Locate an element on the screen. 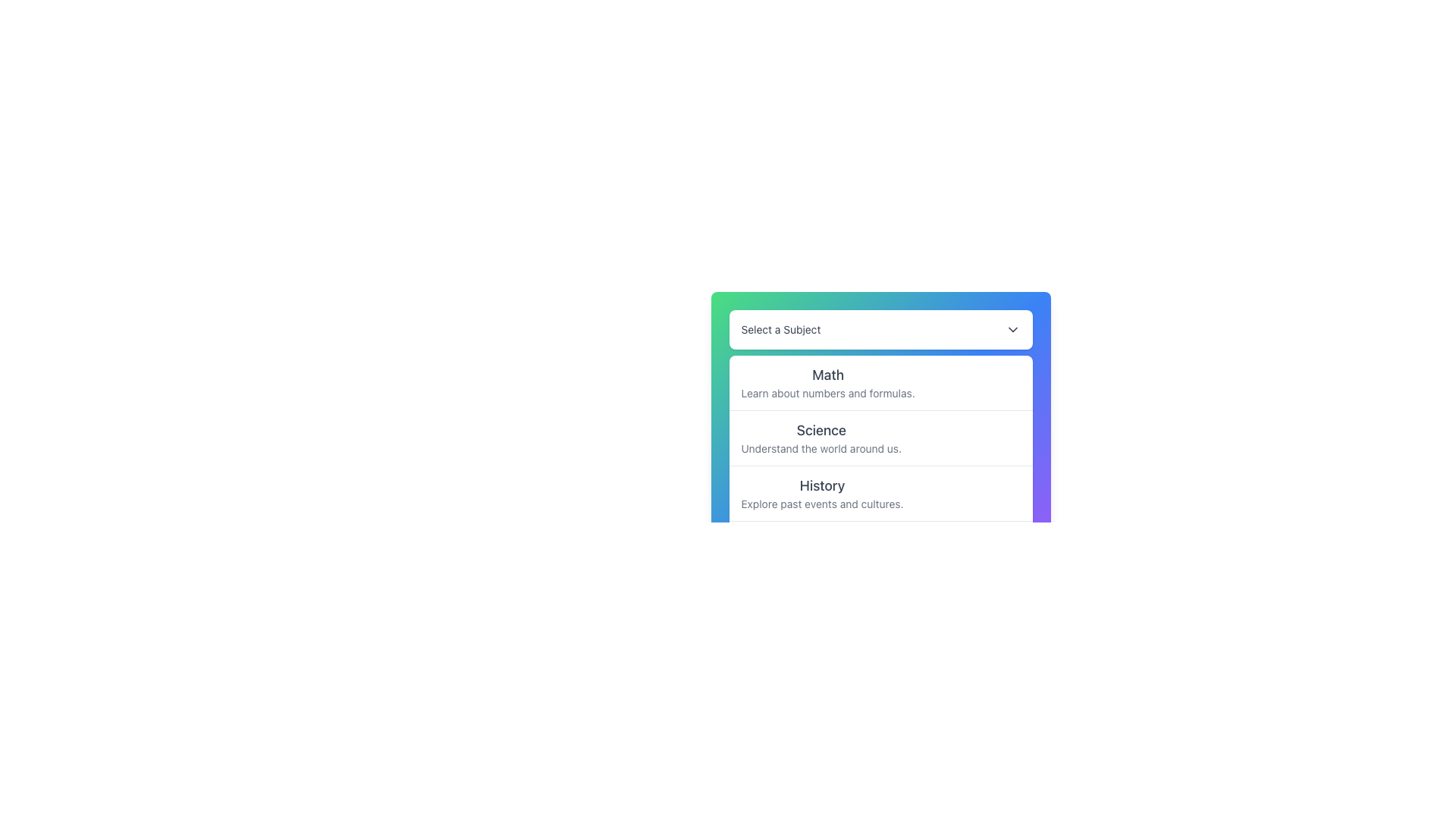 Image resolution: width=1456 pixels, height=819 pixels. the chevron icon button located at the right end of the 'Select a Subject' dropdown header is located at coordinates (1012, 329).